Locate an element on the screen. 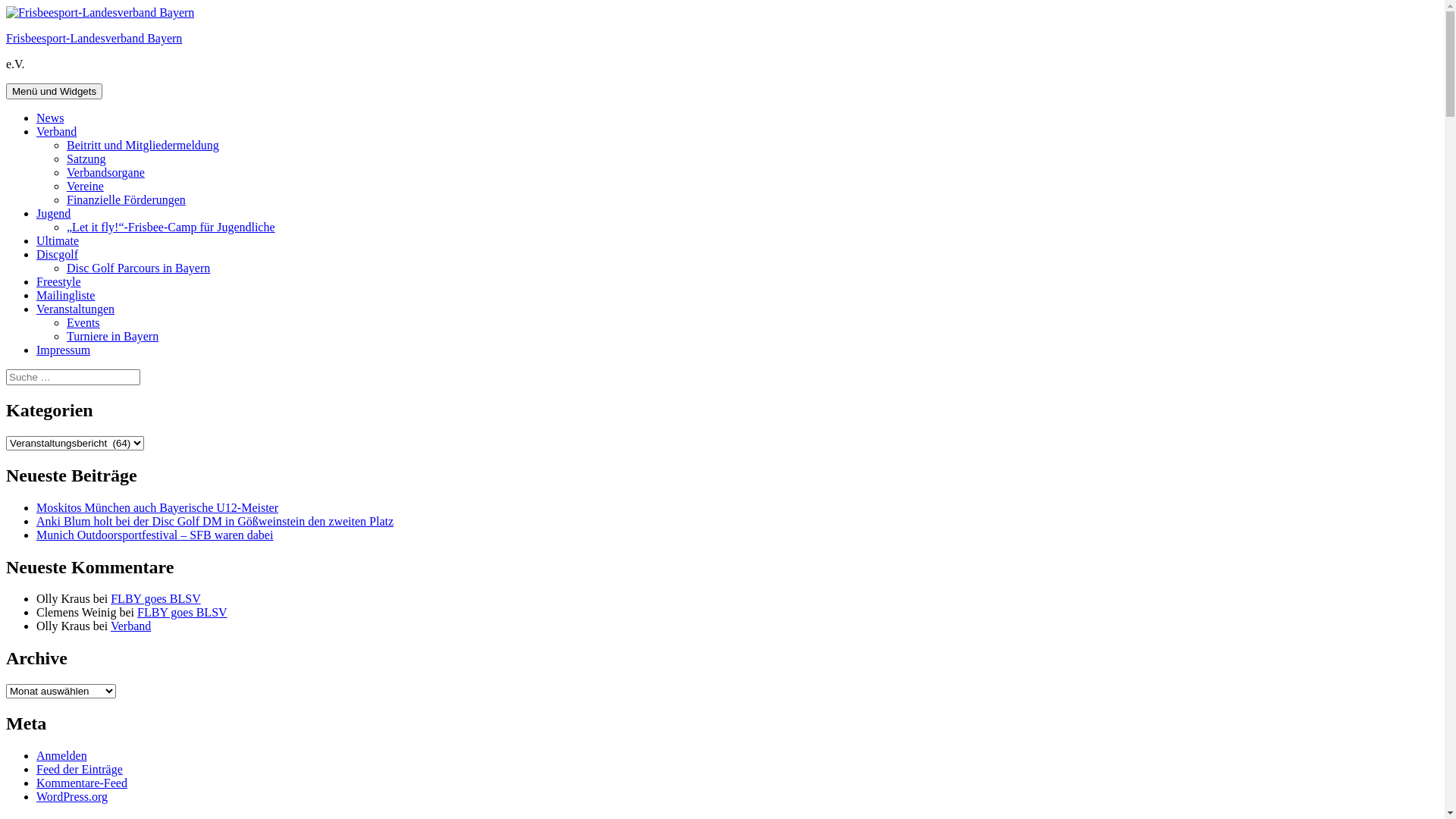 The height and width of the screenshot is (819, 1456). 'Suche' is located at coordinates (140, 369).